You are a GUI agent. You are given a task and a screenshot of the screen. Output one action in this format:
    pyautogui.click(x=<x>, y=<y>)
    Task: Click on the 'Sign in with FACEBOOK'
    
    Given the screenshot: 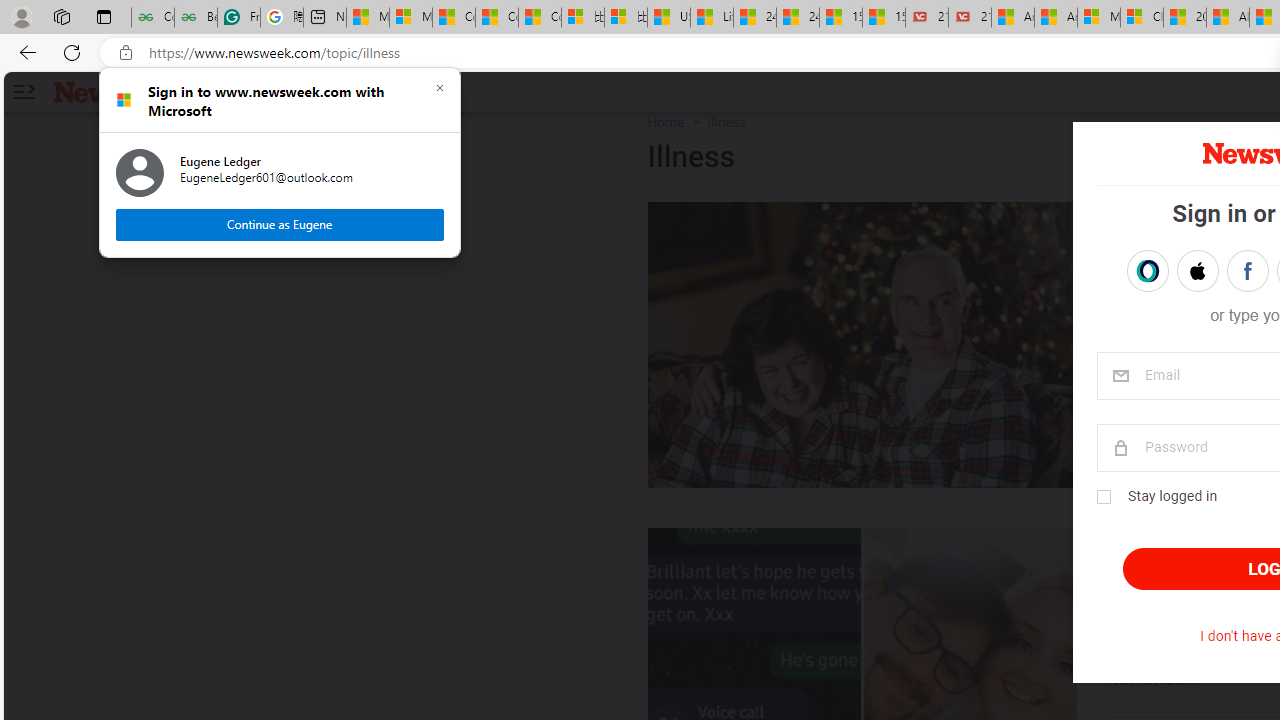 What is the action you would take?
    pyautogui.click(x=1246, y=271)
    